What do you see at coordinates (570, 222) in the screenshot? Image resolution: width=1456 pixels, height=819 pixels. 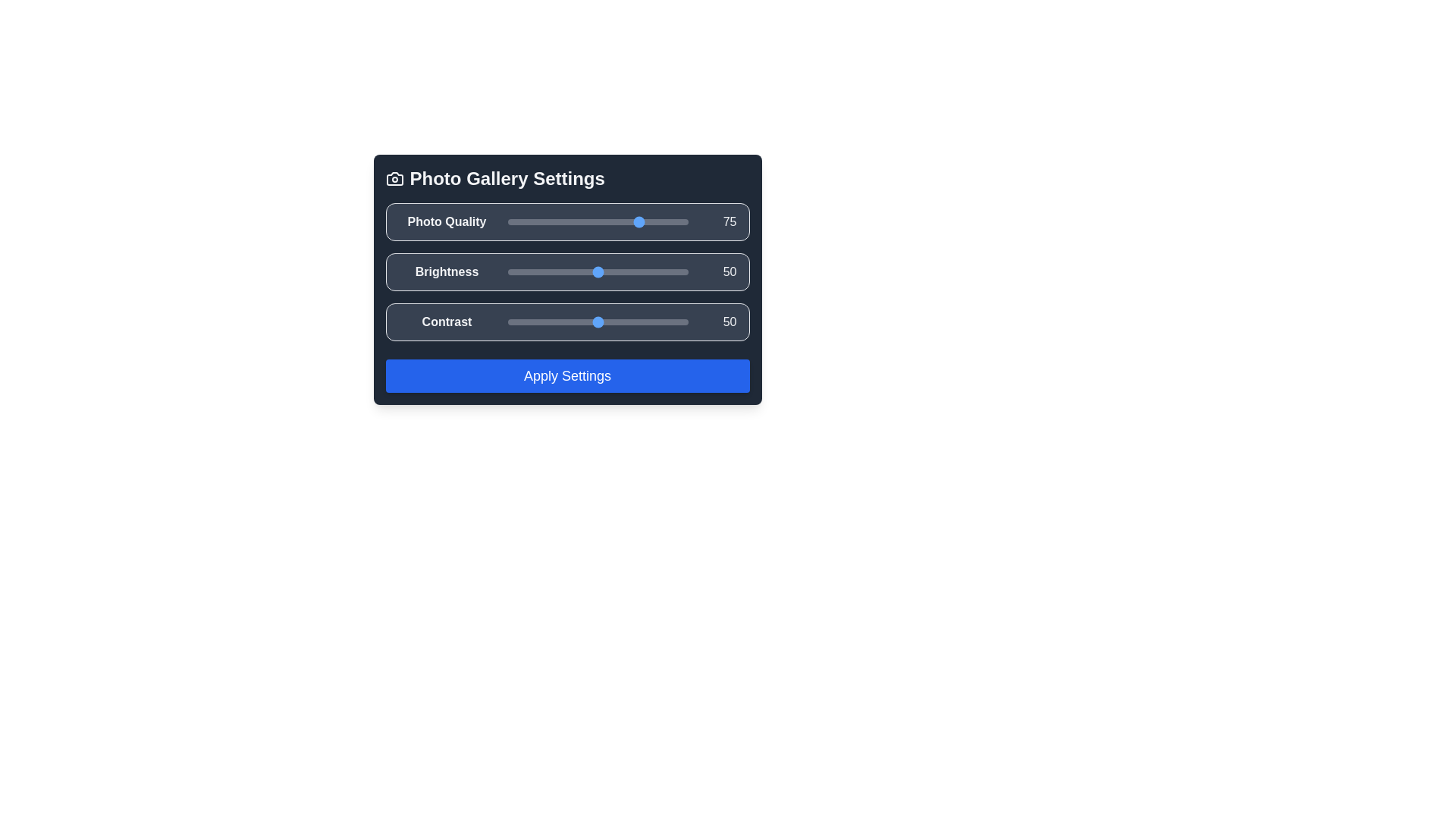 I see `the photo quality` at bounding box center [570, 222].